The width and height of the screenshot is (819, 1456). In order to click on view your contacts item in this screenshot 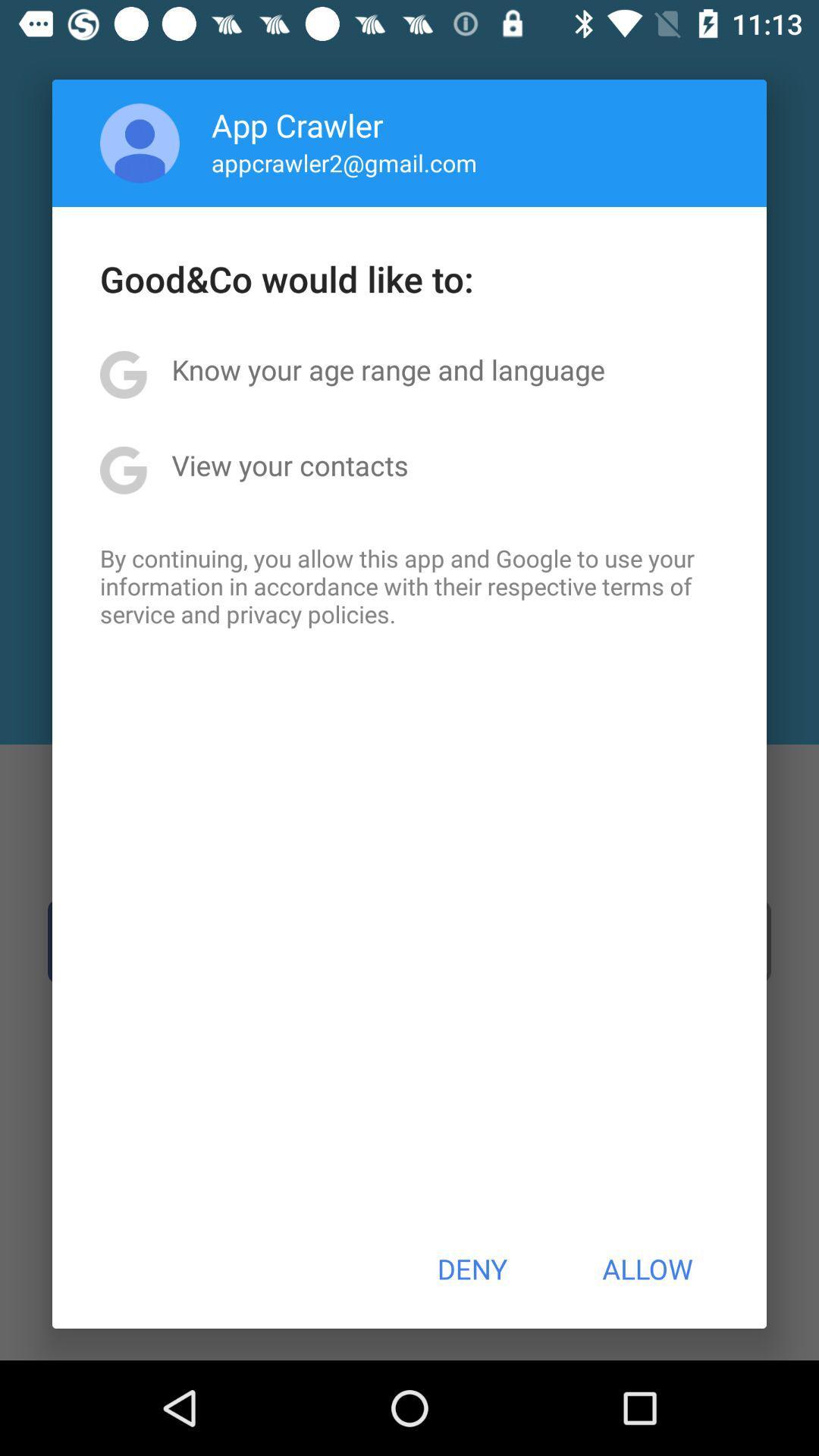, I will do `click(290, 464)`.